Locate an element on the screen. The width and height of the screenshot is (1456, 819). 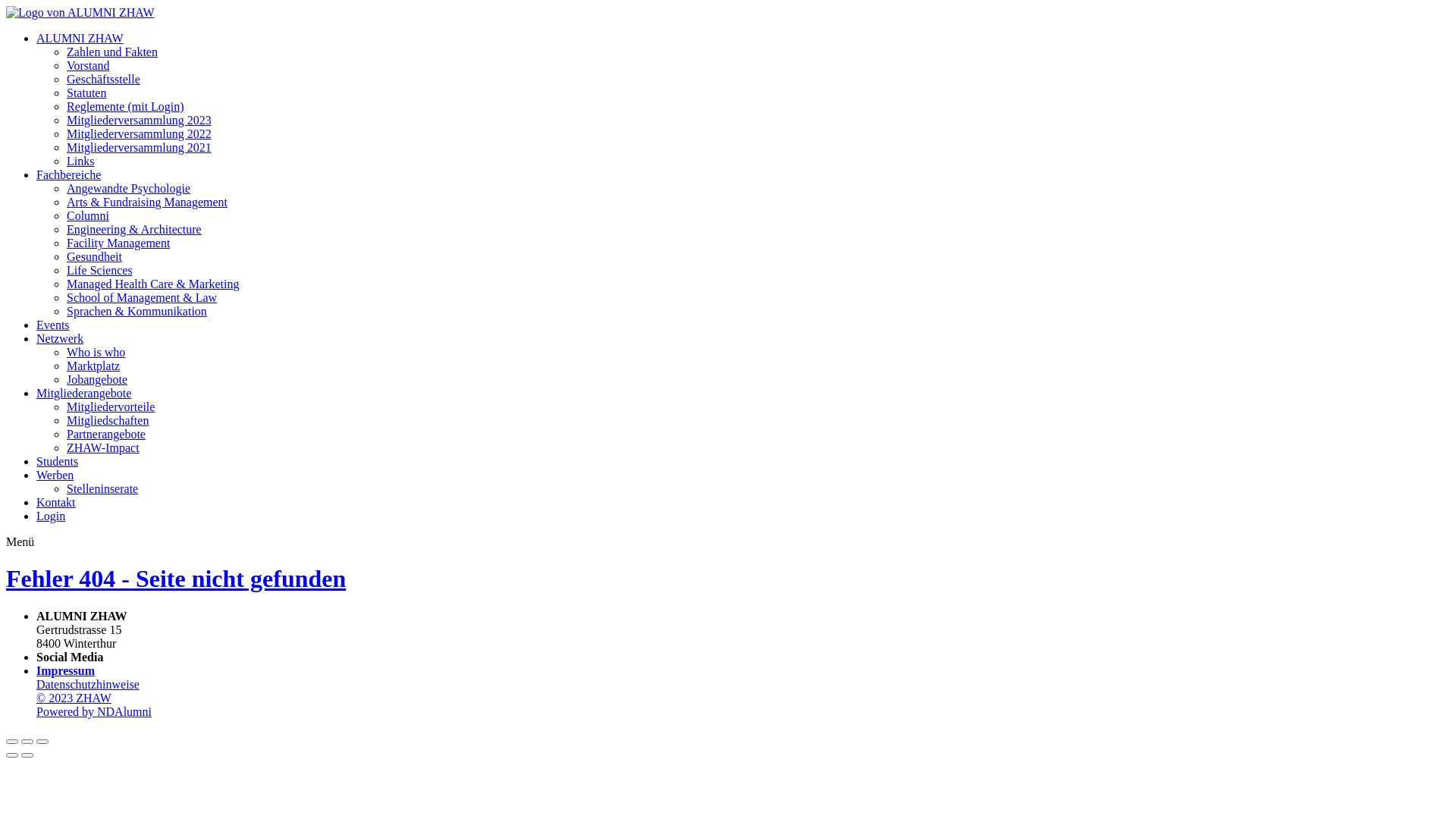
'Mitgliederversammlung 2023' is located at coordinates (139, 119).